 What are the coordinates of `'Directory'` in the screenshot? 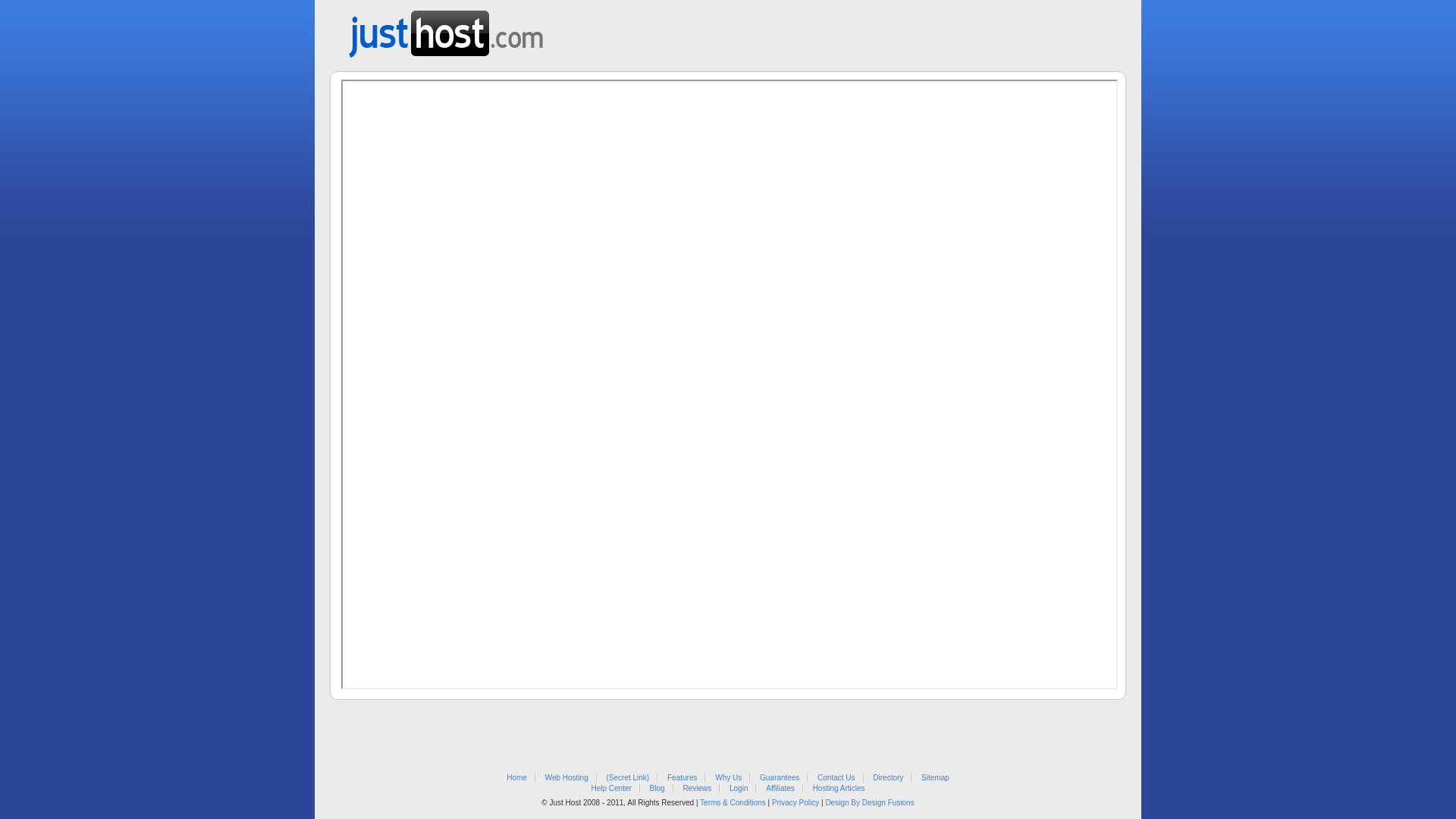 It's located at (873, 777).